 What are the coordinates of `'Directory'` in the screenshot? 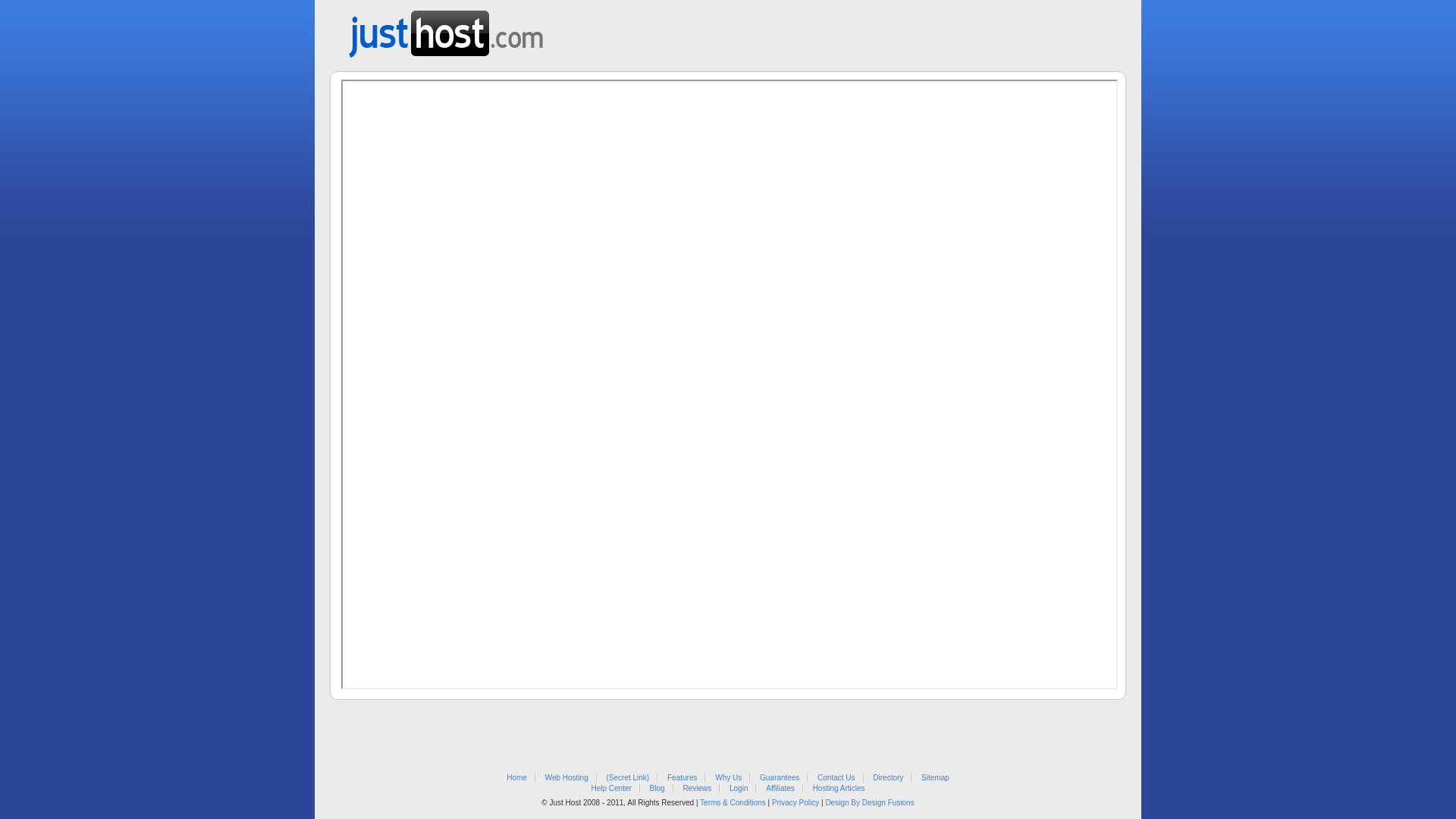 It's located at (873, 777).